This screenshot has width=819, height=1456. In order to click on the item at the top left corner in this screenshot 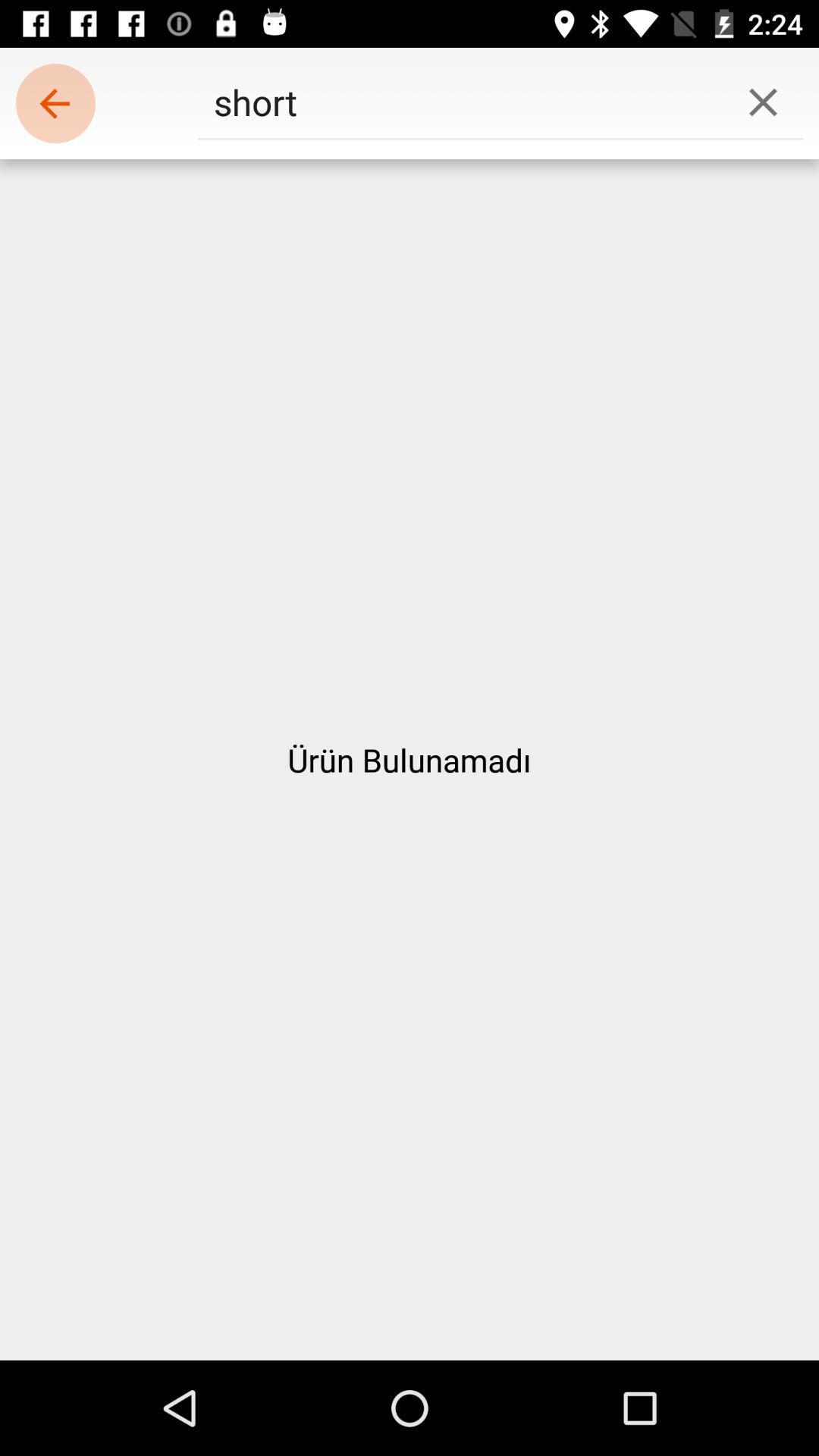, I will do `click(55, 102)`.